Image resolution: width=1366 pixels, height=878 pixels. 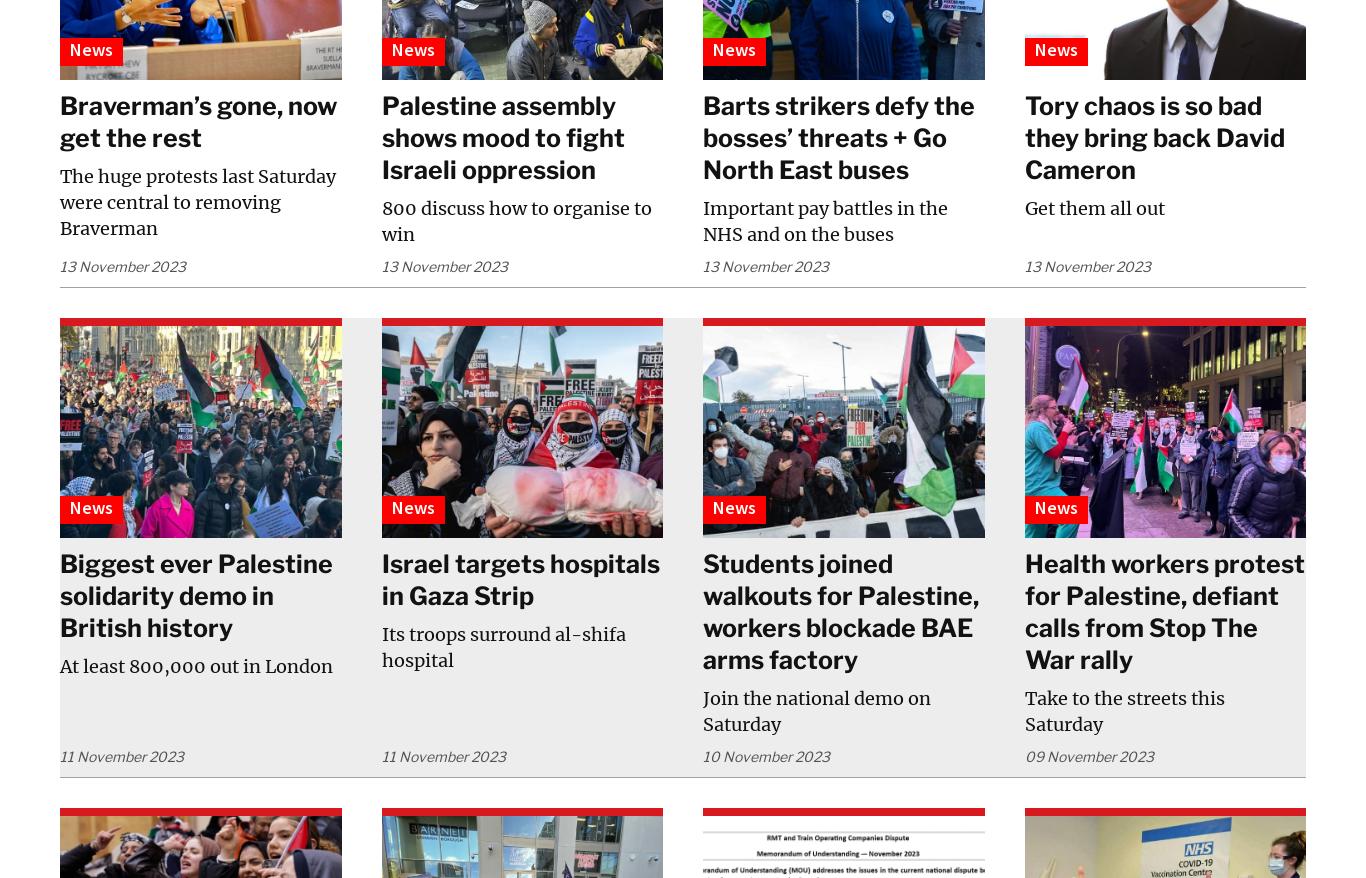 I want to click on 'Braverman’s gone, now get the rest', so click(x=197, y=121).